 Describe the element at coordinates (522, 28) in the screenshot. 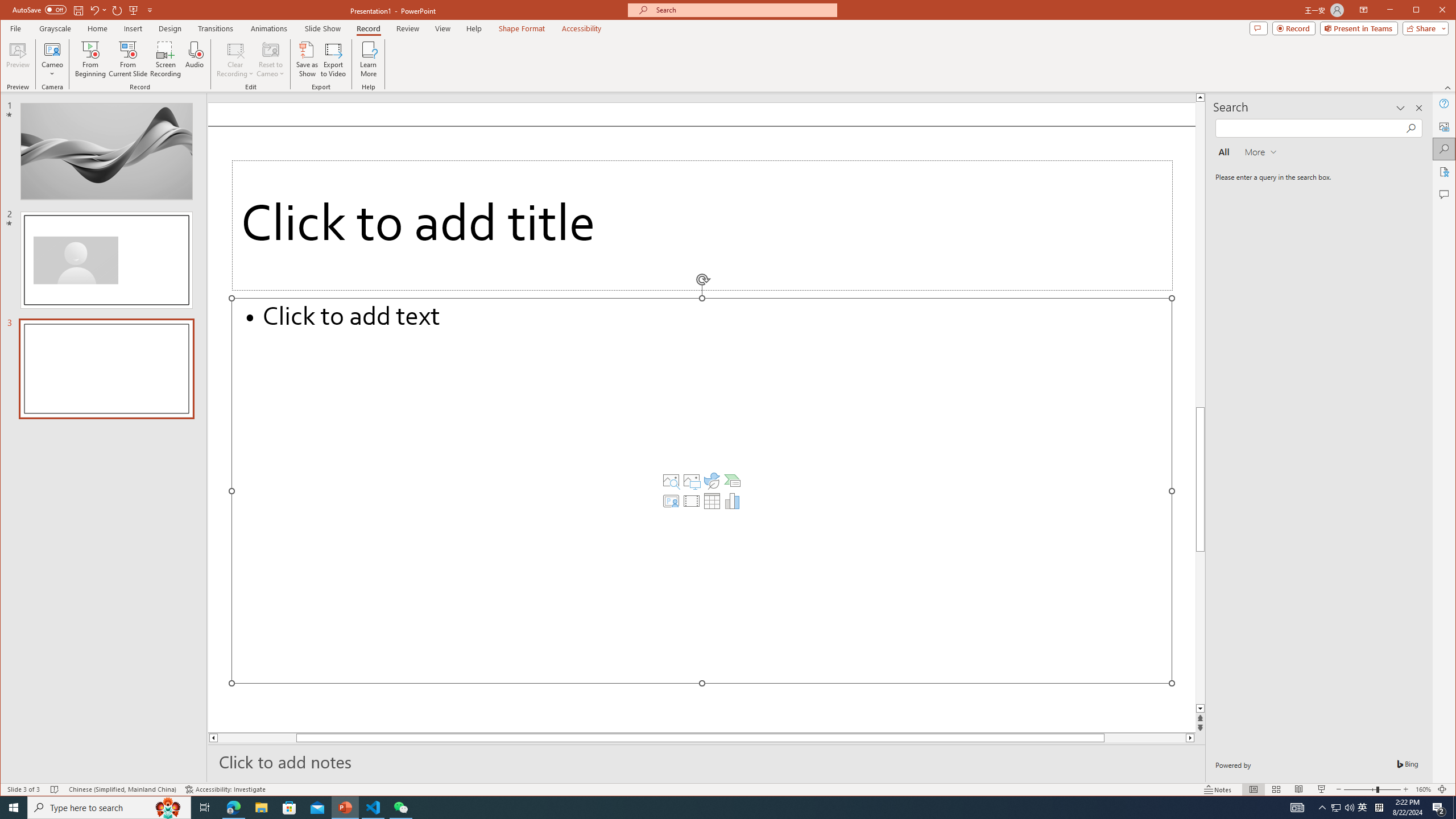

I see `'Shape Format'` at that location.